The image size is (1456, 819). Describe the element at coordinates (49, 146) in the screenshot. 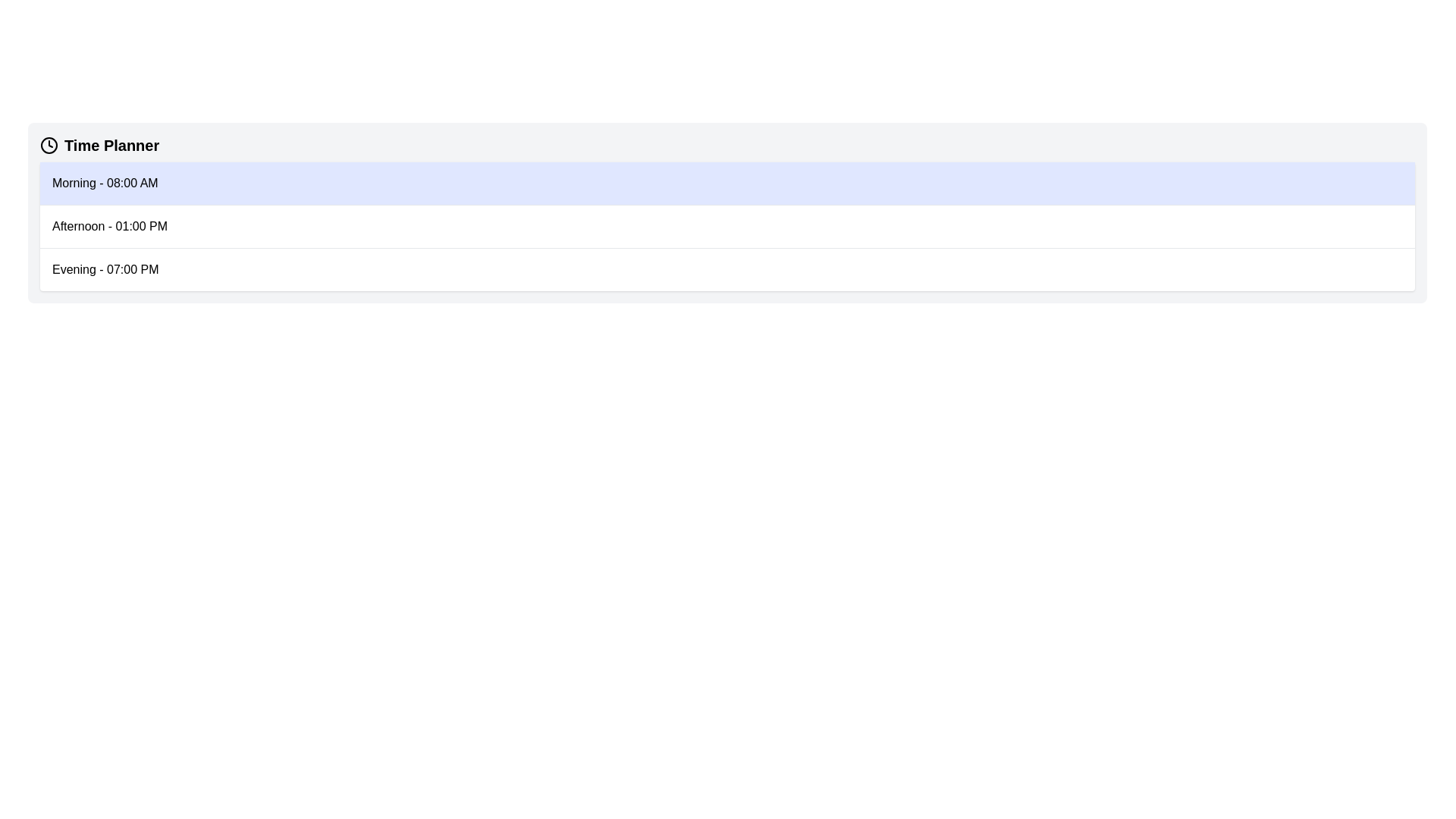

I see `the small clock icon with a black outline that is positioned to the left of the 'Time Planner' text` at that location.